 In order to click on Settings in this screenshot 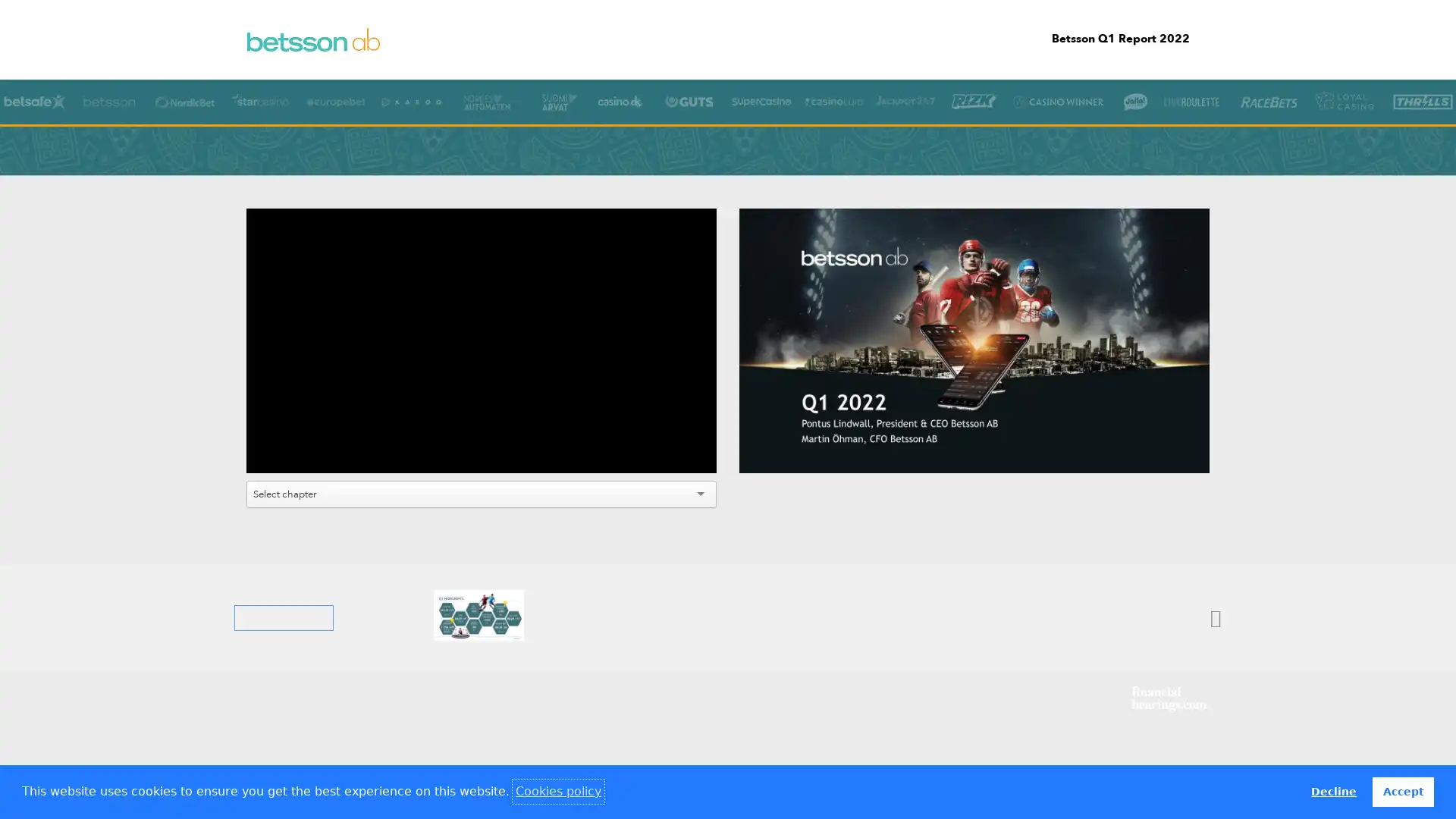, I will do `click(669, 449)`.